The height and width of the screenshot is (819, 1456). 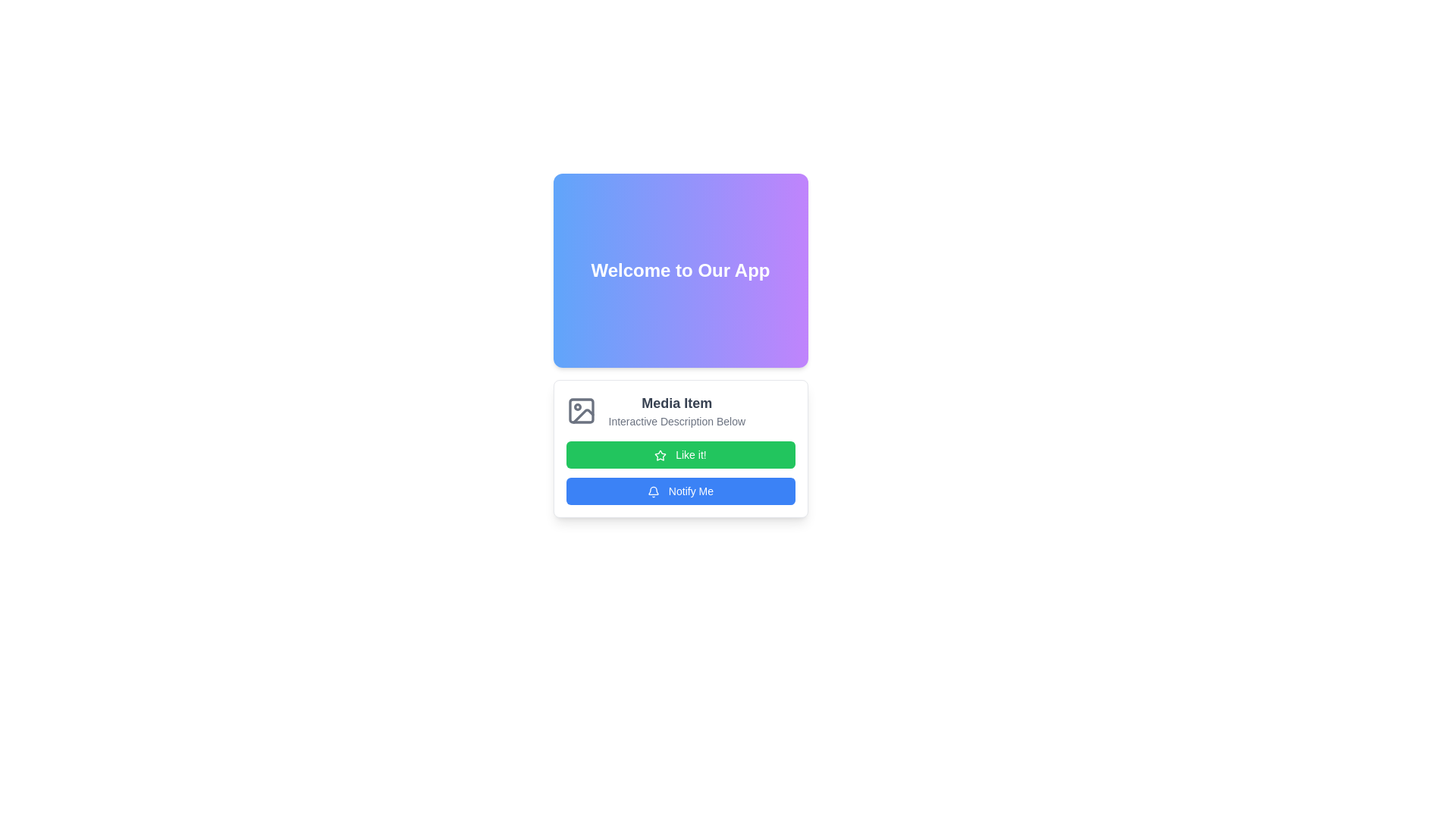 What do you see at coordinates (676, 403) in the screenshot?
I see `the text label that serves as a header for the section introducing Media Item content, located above the 'Interactive Description Below' label` at bounding box center [676, 403].